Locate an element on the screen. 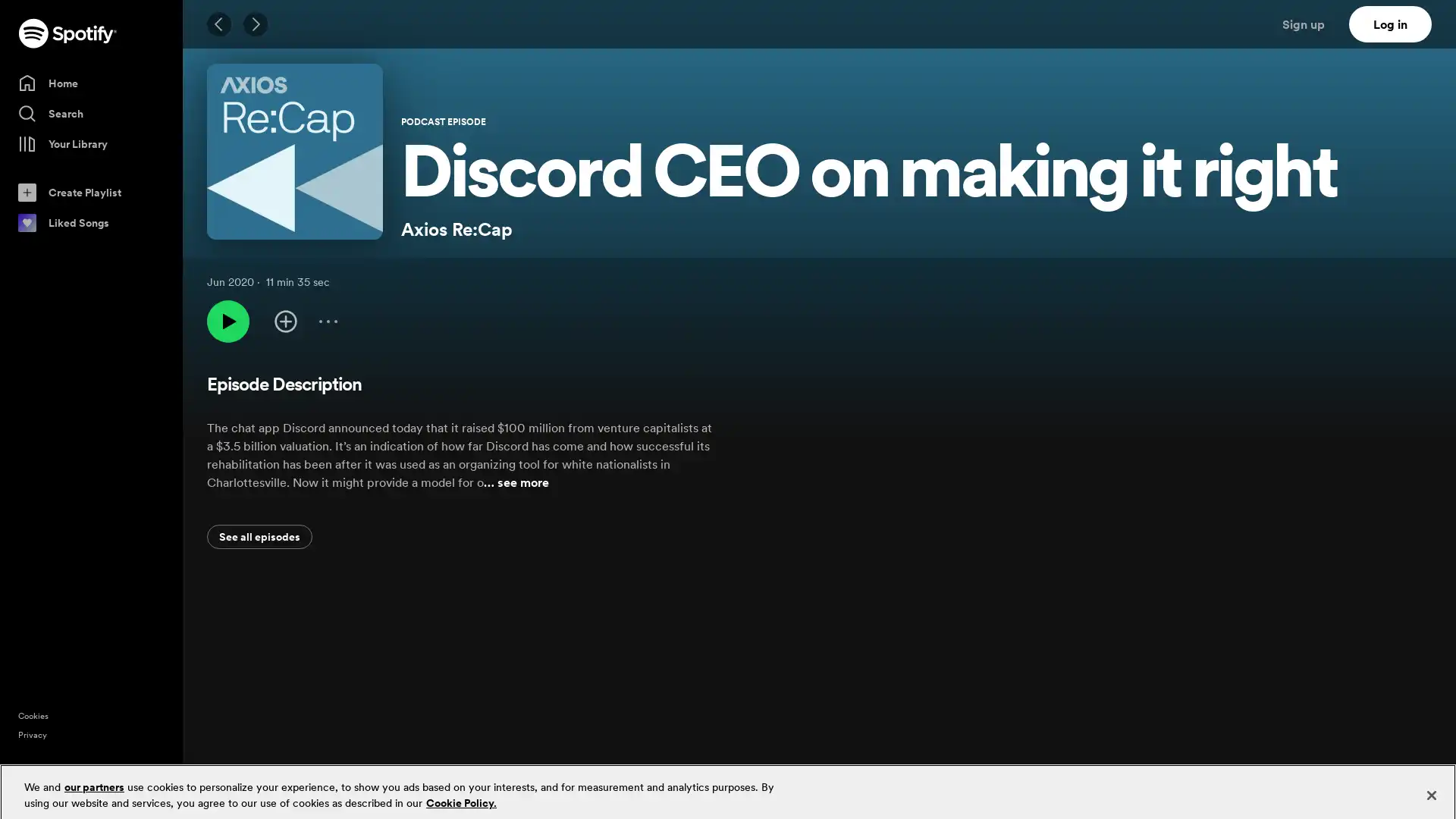 Image resolution: width=1456 pixels, height=819 pixels. Sign up free is located at coordinates (1379, 795).